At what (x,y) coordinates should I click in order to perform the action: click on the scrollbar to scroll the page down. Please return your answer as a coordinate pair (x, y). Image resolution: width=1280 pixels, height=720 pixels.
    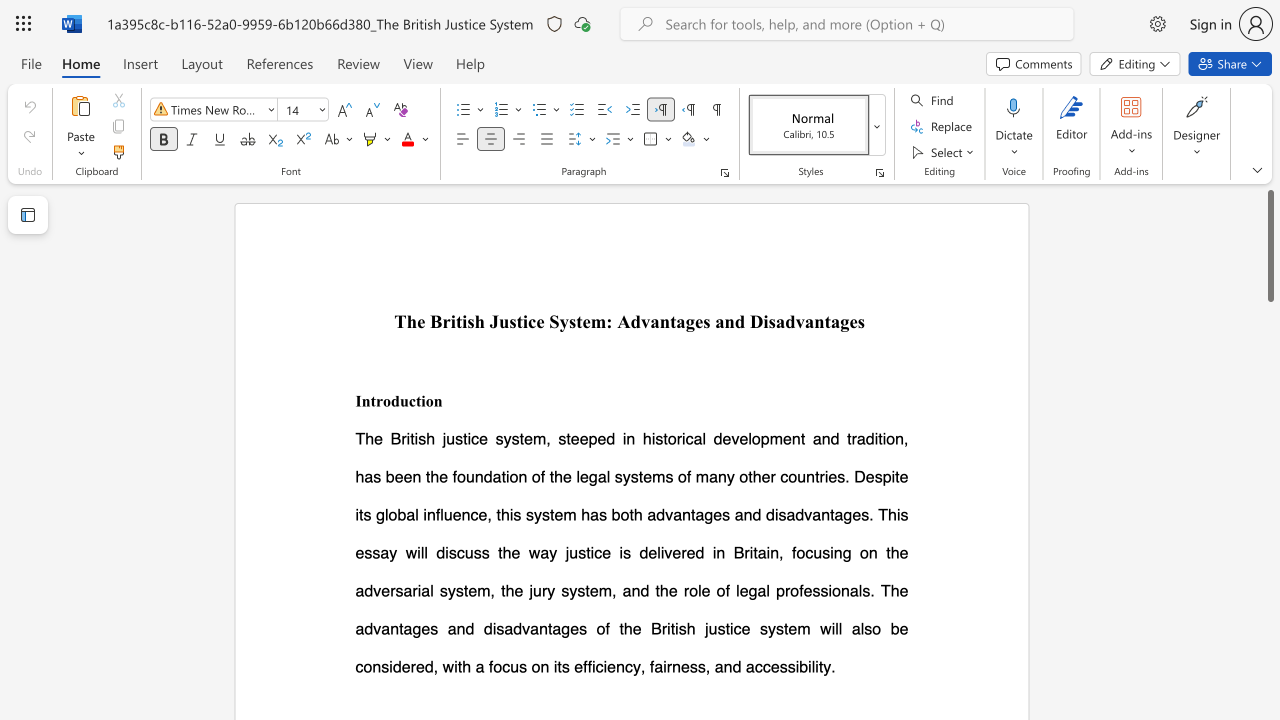
    Looking at the image, I should click on (1269, 688).